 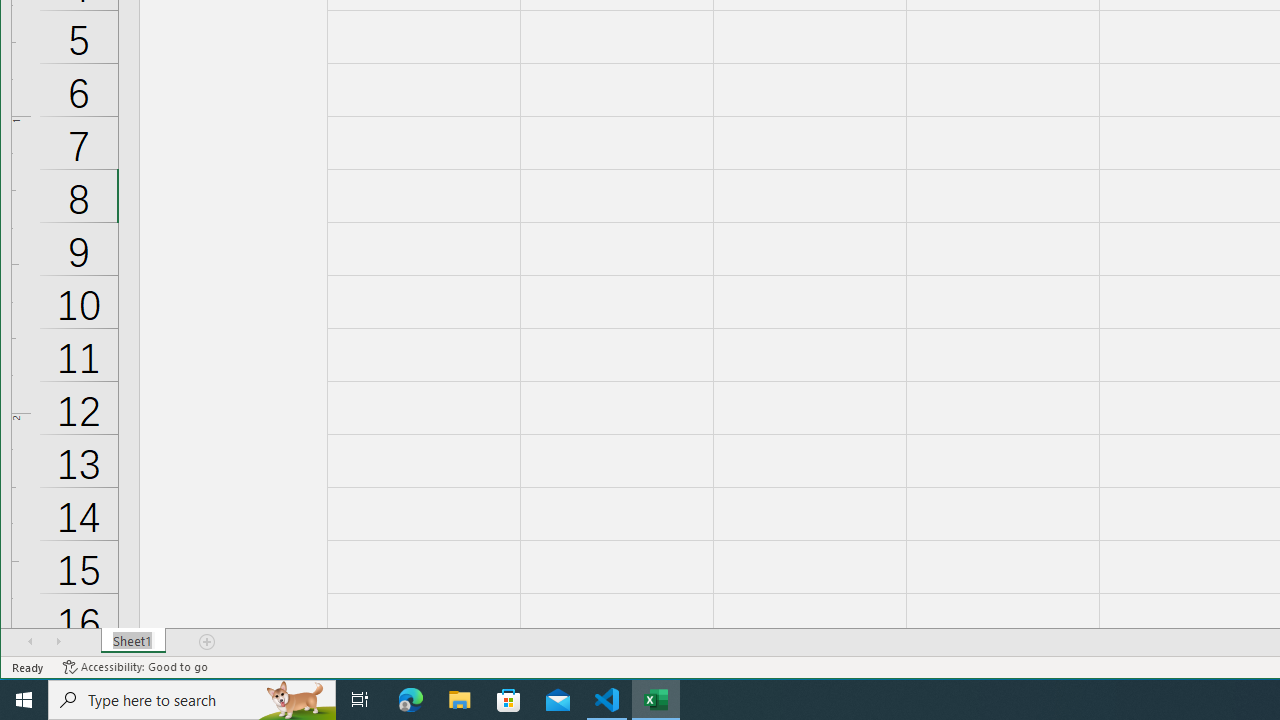 What do you see at coordinates (359, 698) in the screenshot?
I see `'Task View'` at bounding box center [359, 698].